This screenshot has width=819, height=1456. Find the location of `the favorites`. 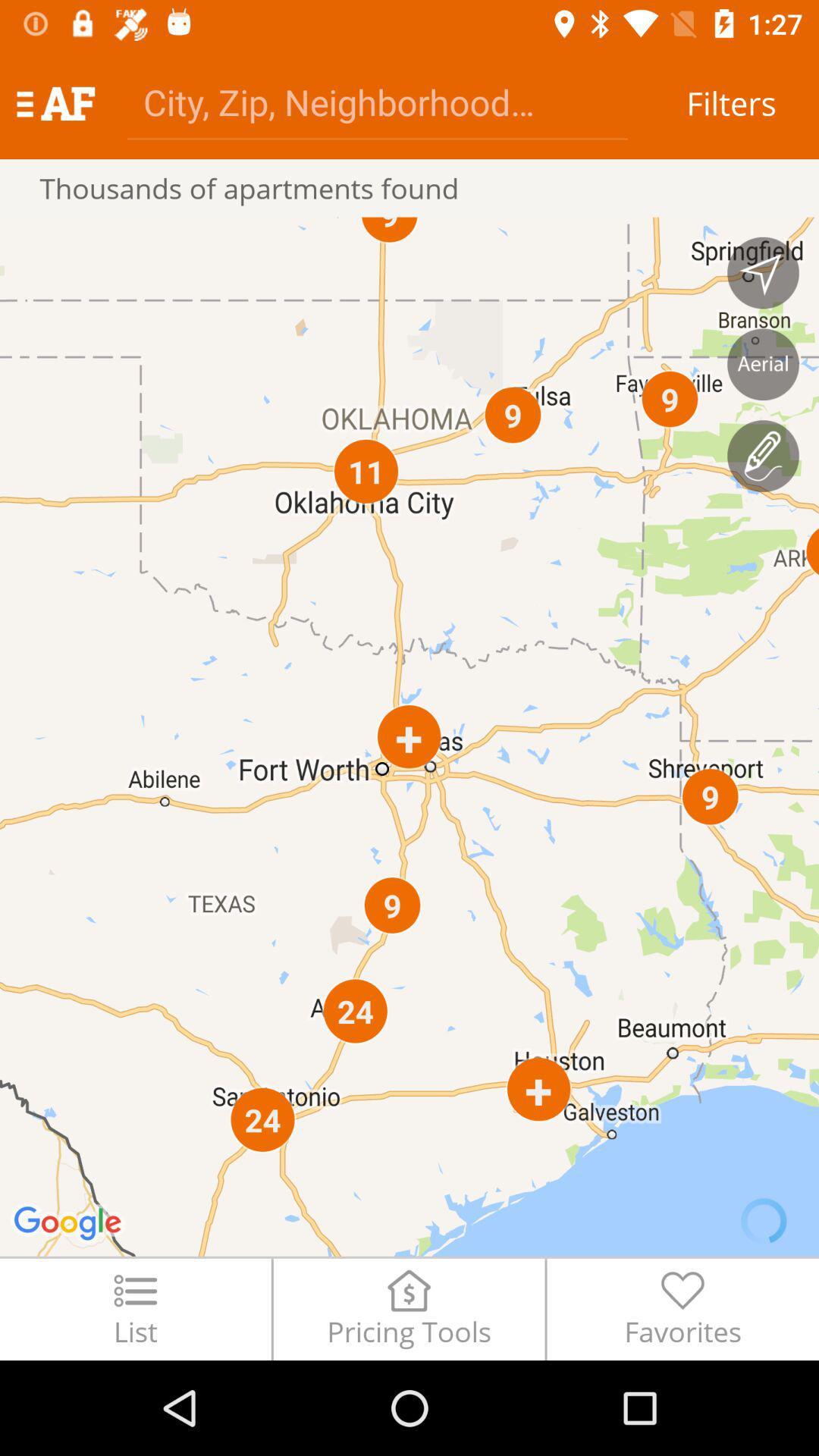

the favorites is located at coordinates (682, 1308).